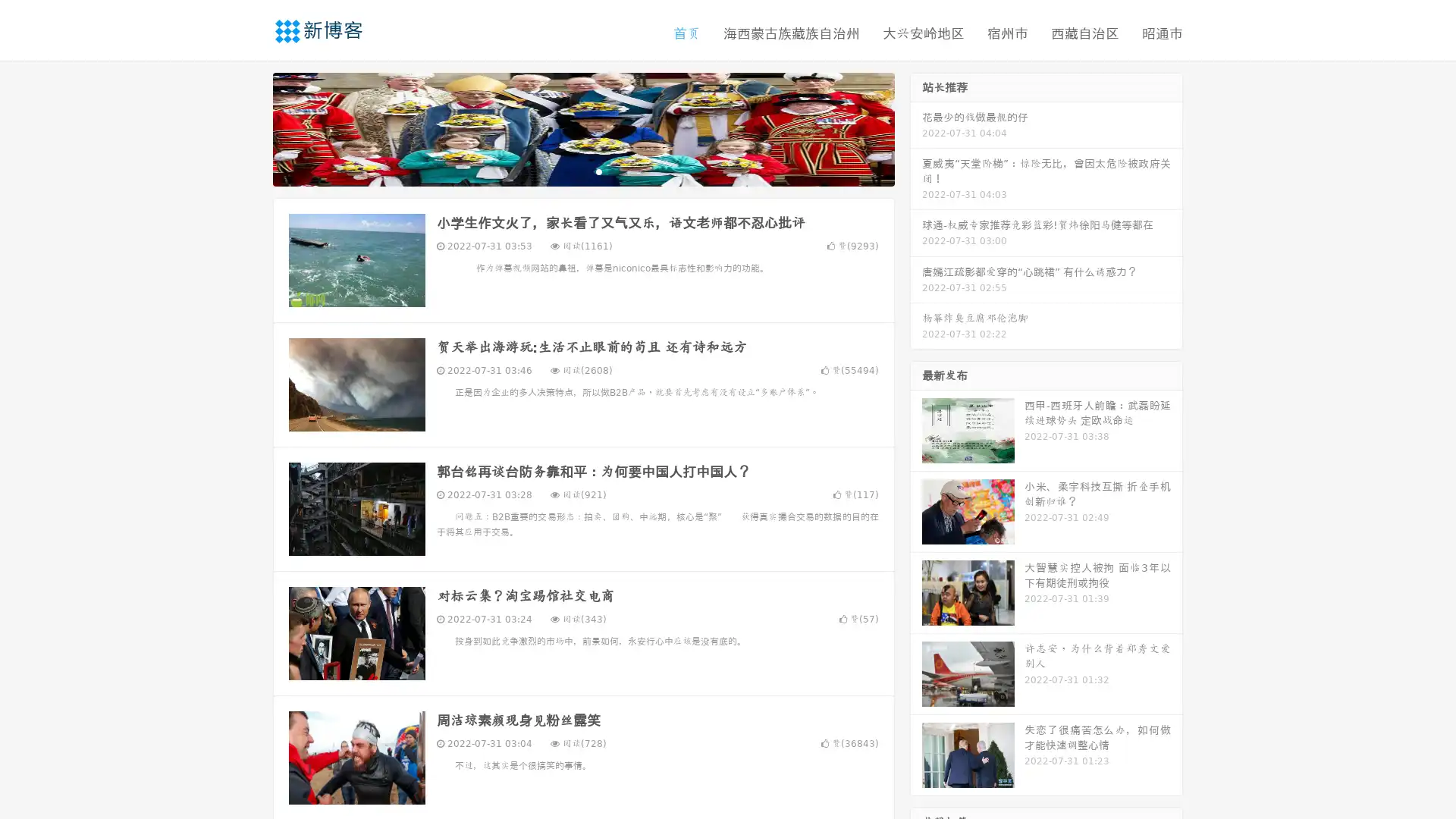  What do you see at coordinates (916, 127) in the screenshot?
I see `Next slide` at bounding box center [916, 127].